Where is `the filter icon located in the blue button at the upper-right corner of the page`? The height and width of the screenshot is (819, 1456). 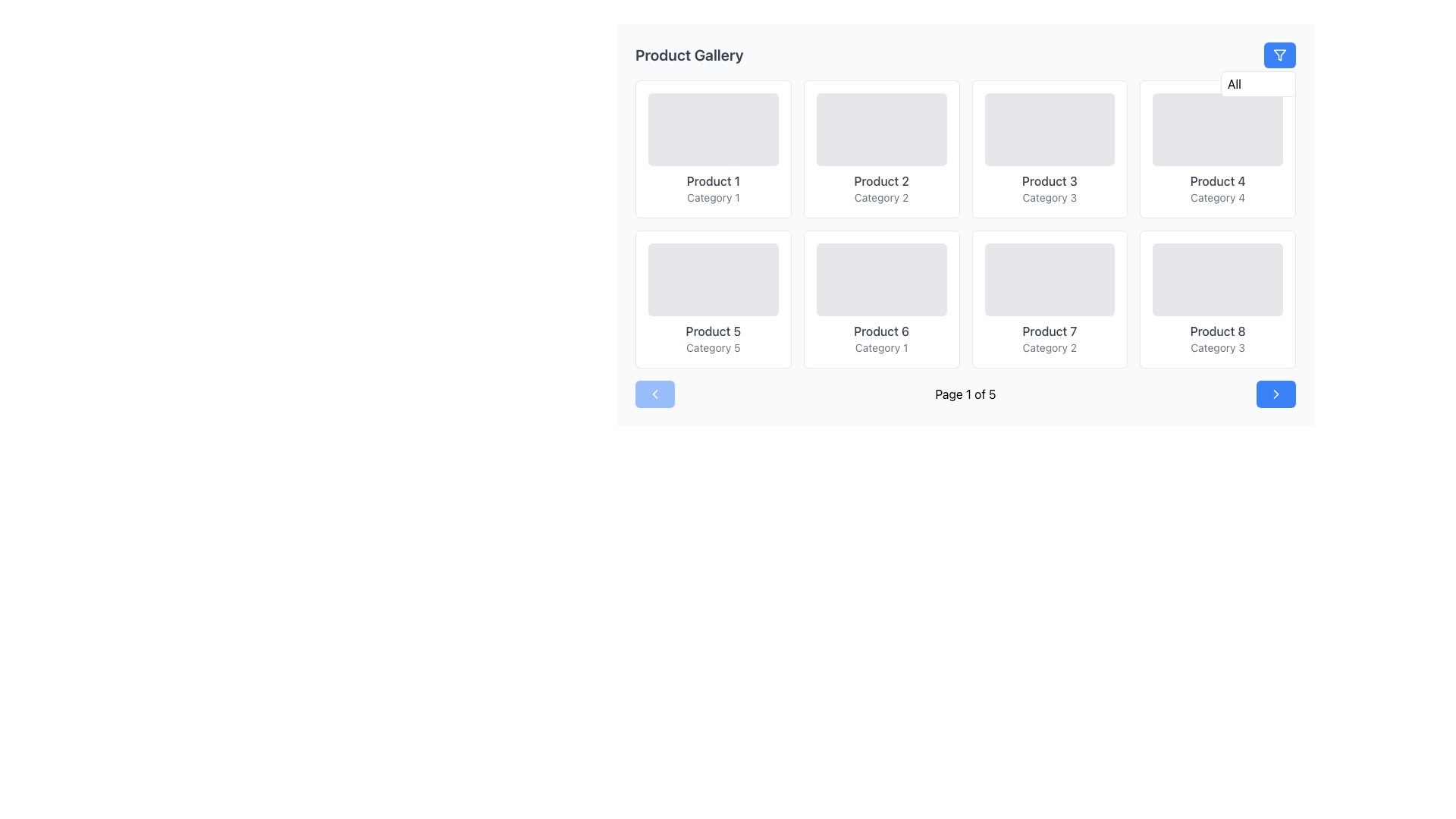
the filter icon located in the blue button at the upper-right corner of the page is located at coordinates (1279, 55).